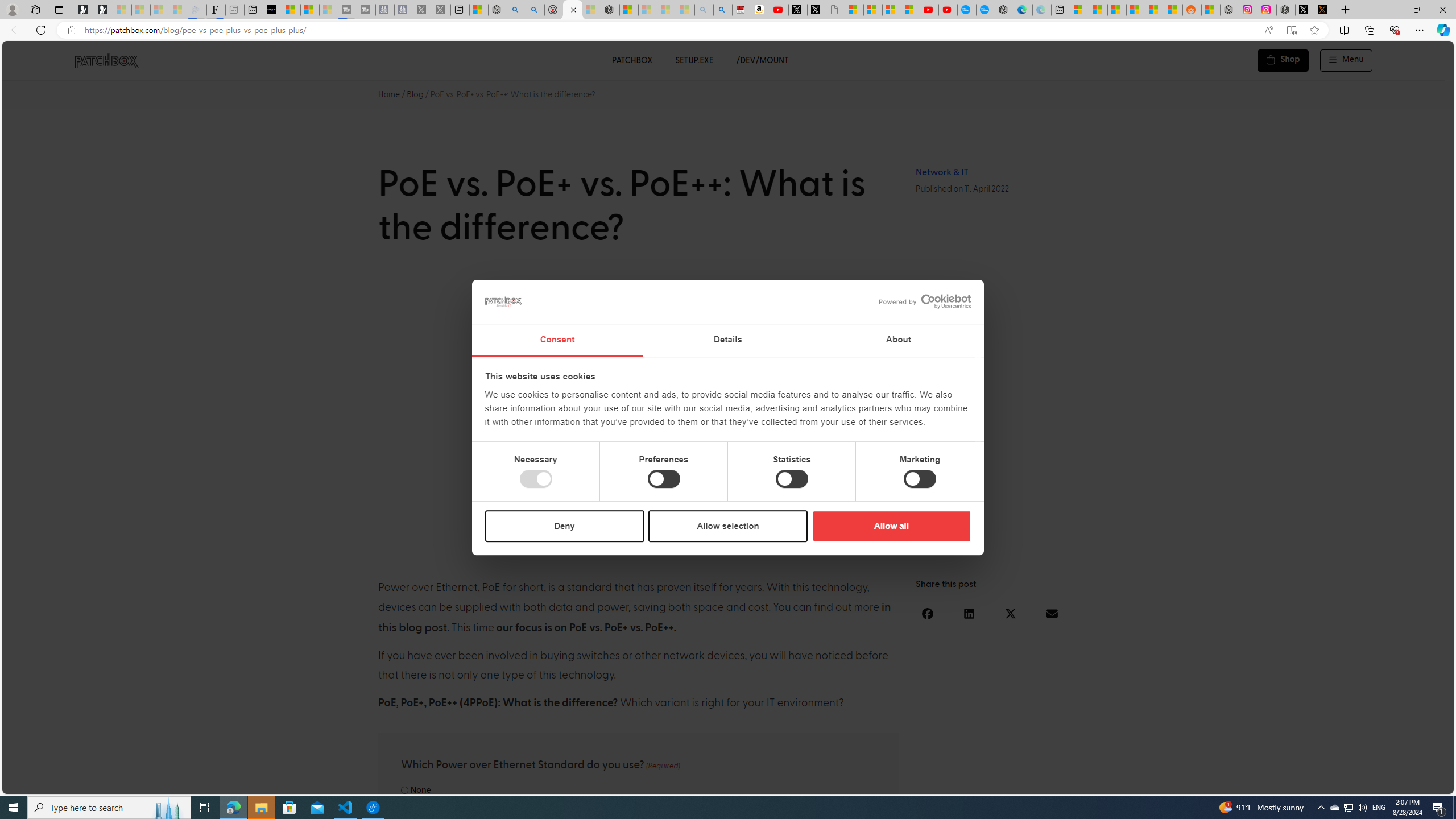  What do you see at coordinates (1368, 783) in the screenshot?
I see `'Language switcher : Romanian'` at bounding box center [1368, 783].